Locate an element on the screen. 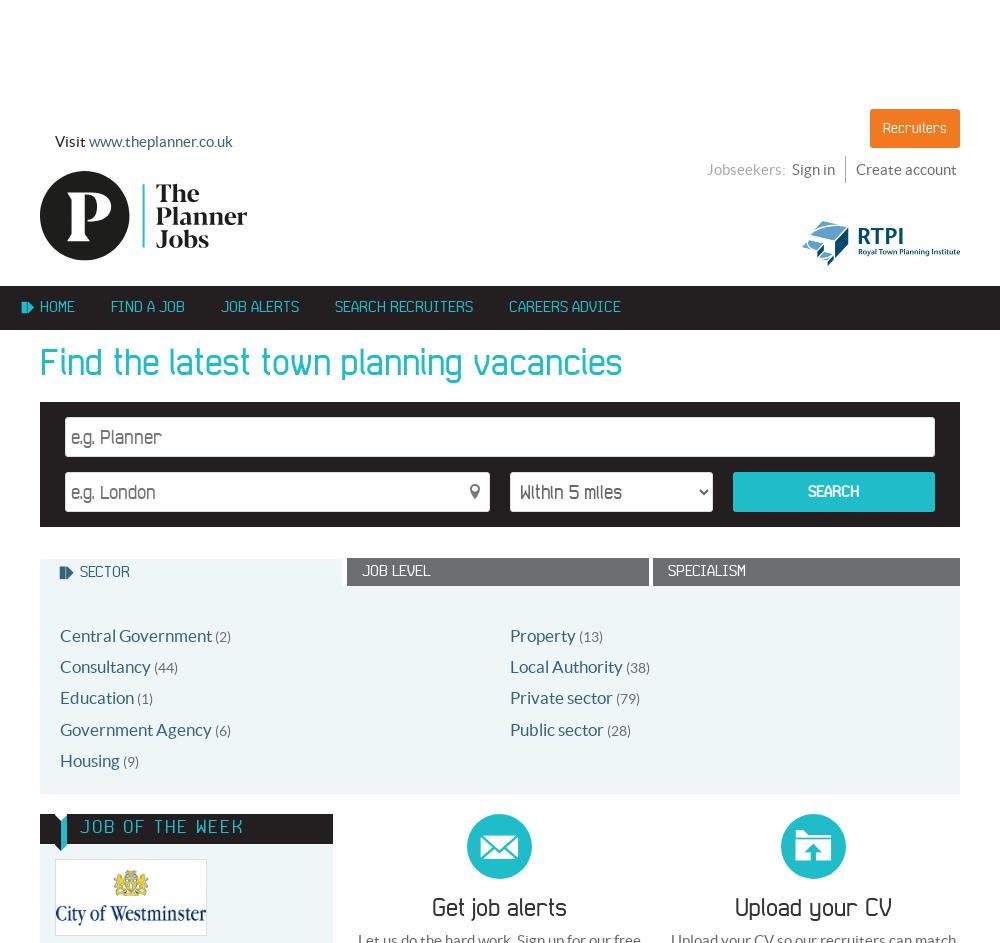 The image size is (1000, 943). 'Careers advice' is located at coordinates (564, 306).